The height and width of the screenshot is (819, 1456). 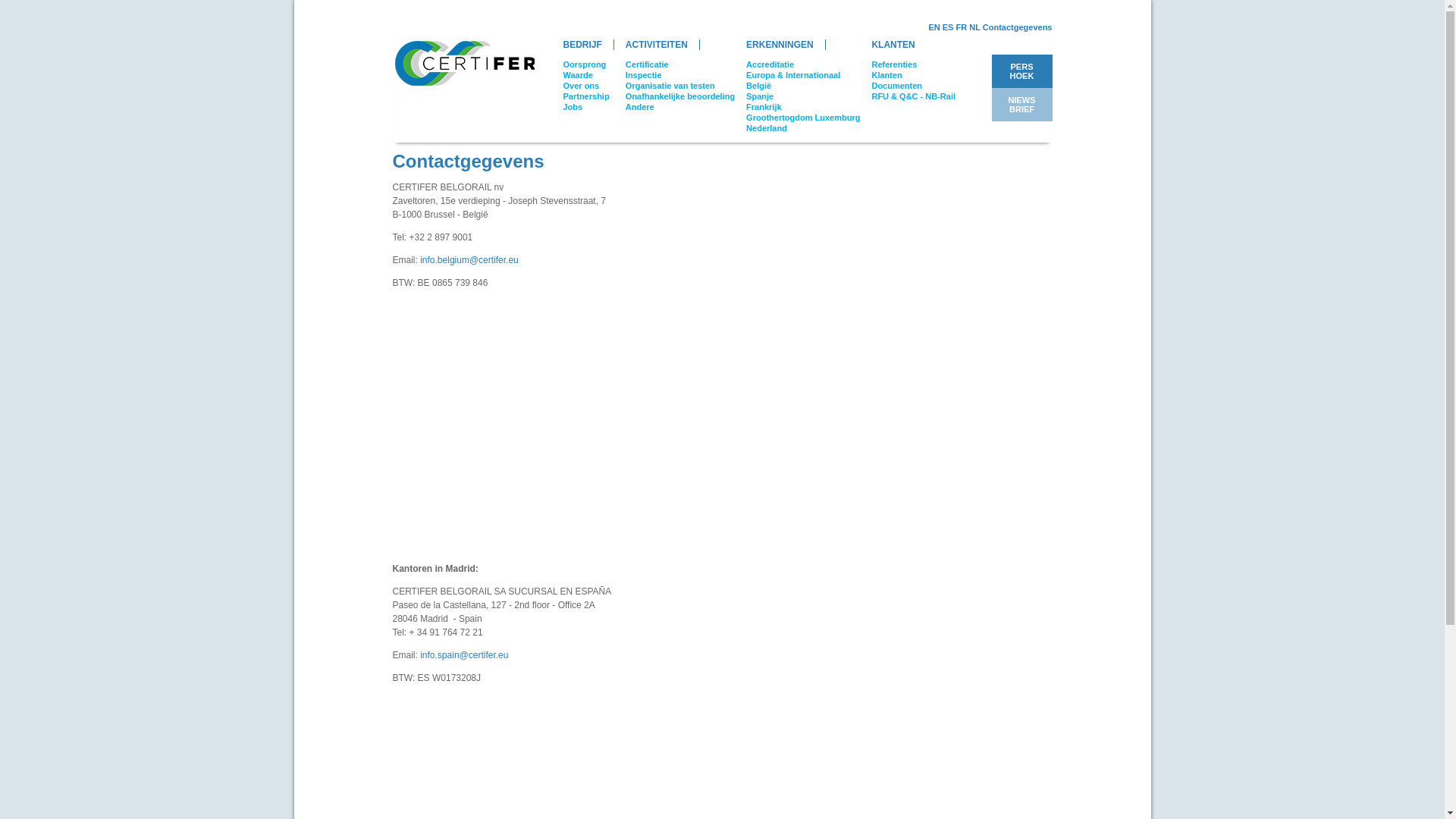 I want to click on 'Klanten', so click(x=886, y=75).